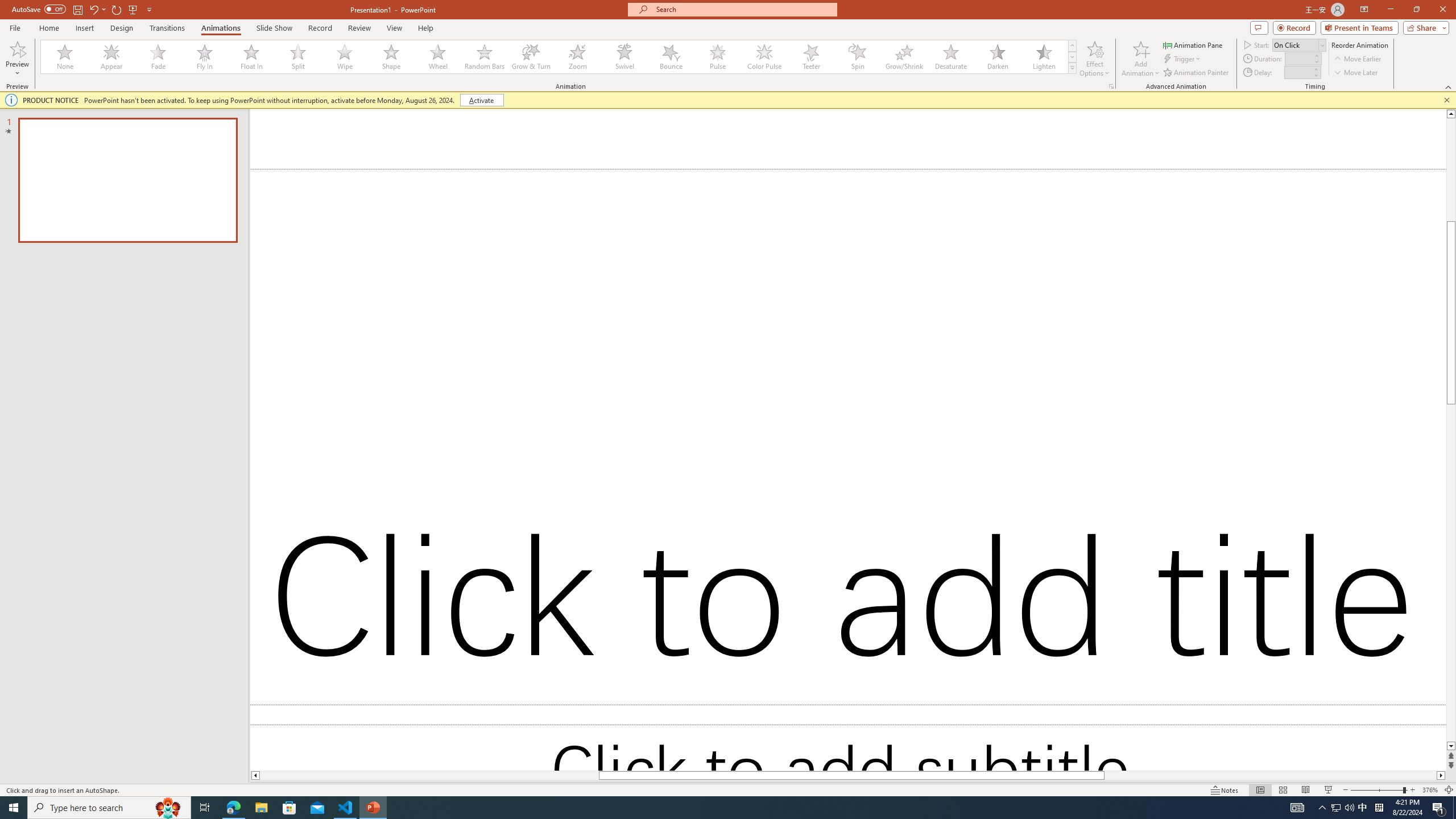 The width and height of the screenshot is (1456, 819). Describe the element at coordinates (996, 56) in the screenshot. I see `'Darken'` at that location.